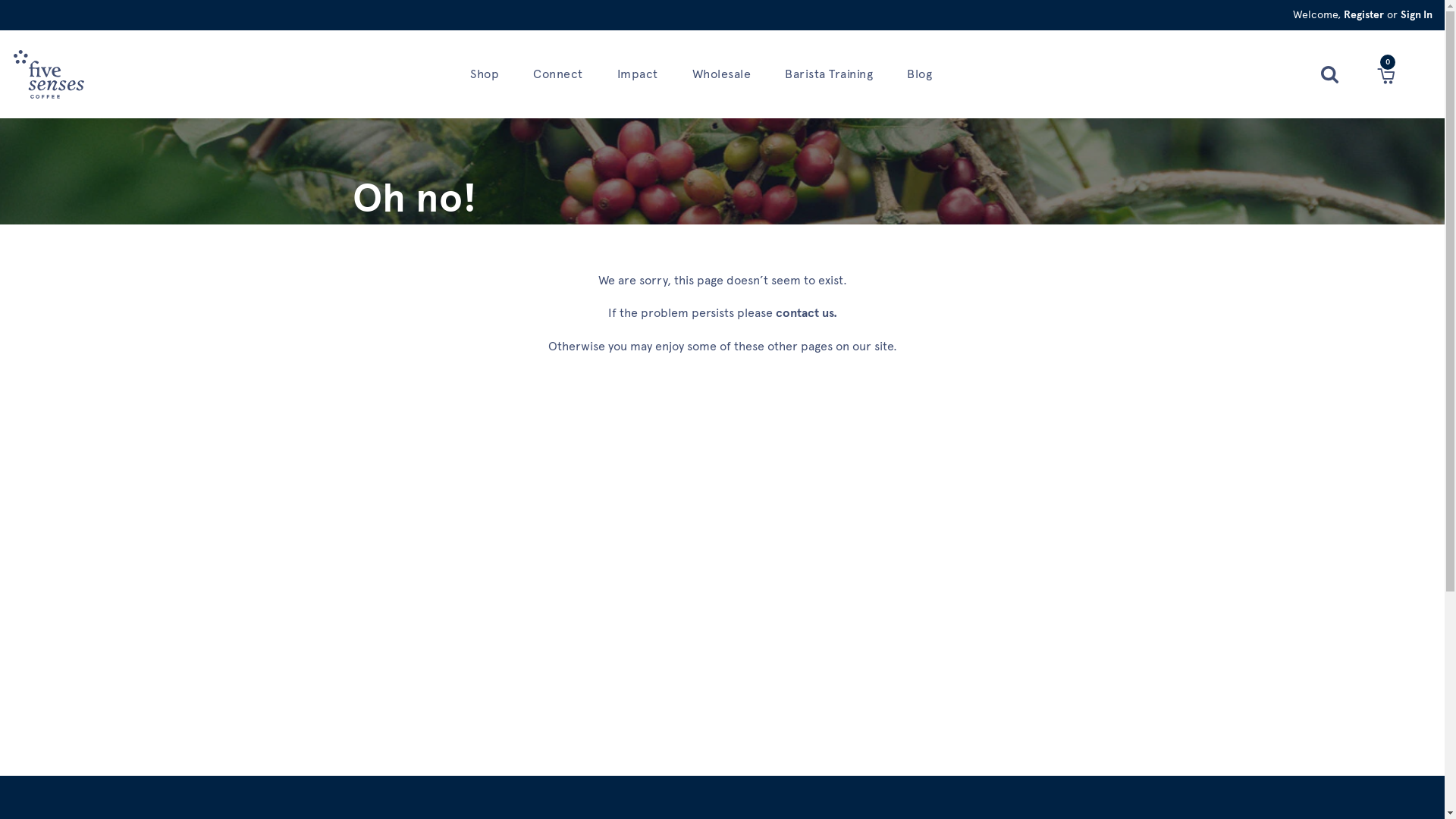 The image size is (1456, 819). What do you see at coordinates (1415, 14) in the screenshot?
I see `'Sign In'` at bounding box center [1415, 14].